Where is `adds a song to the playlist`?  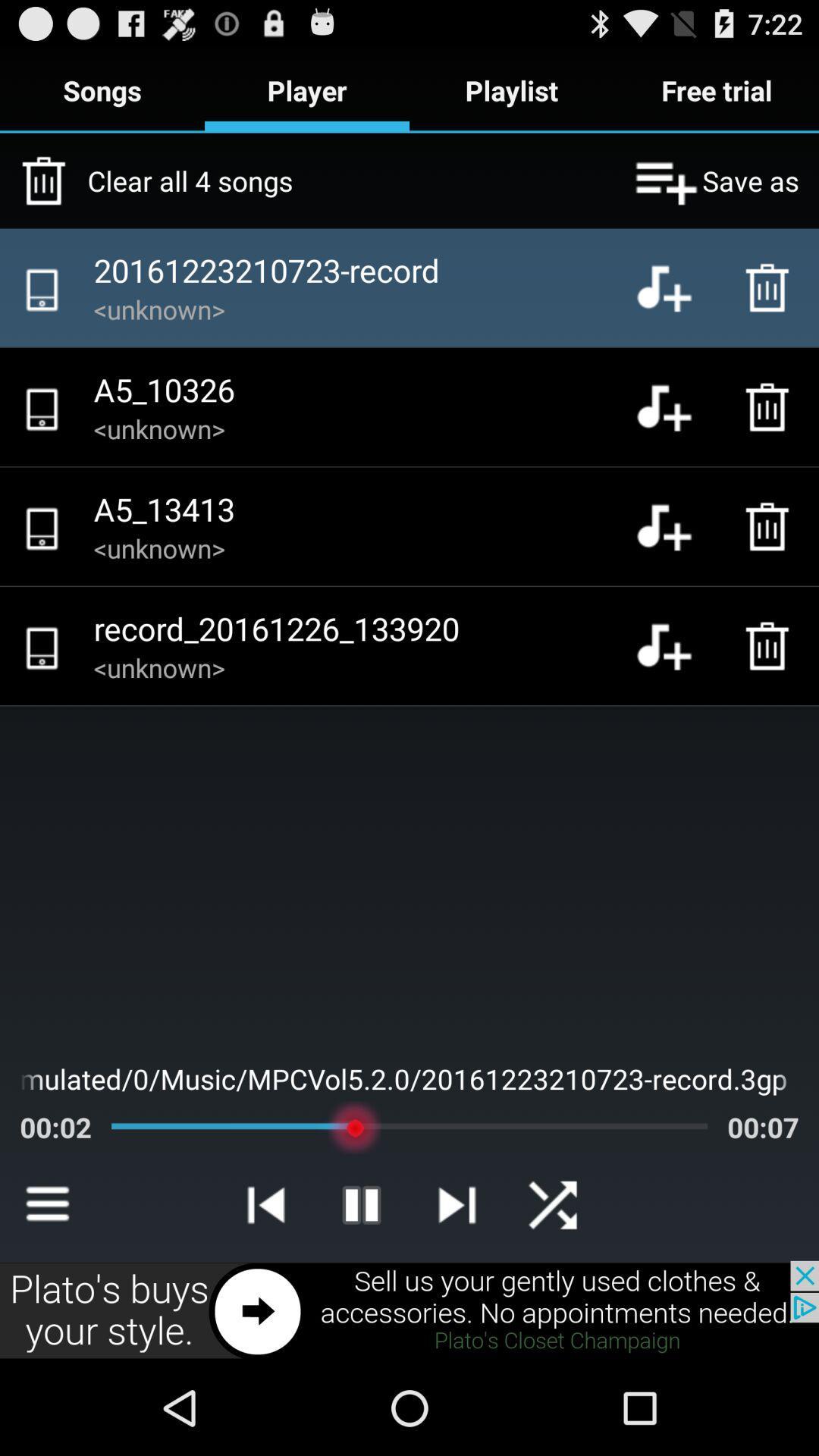
adds a song to the playlist is located at coordinates (675, 645).